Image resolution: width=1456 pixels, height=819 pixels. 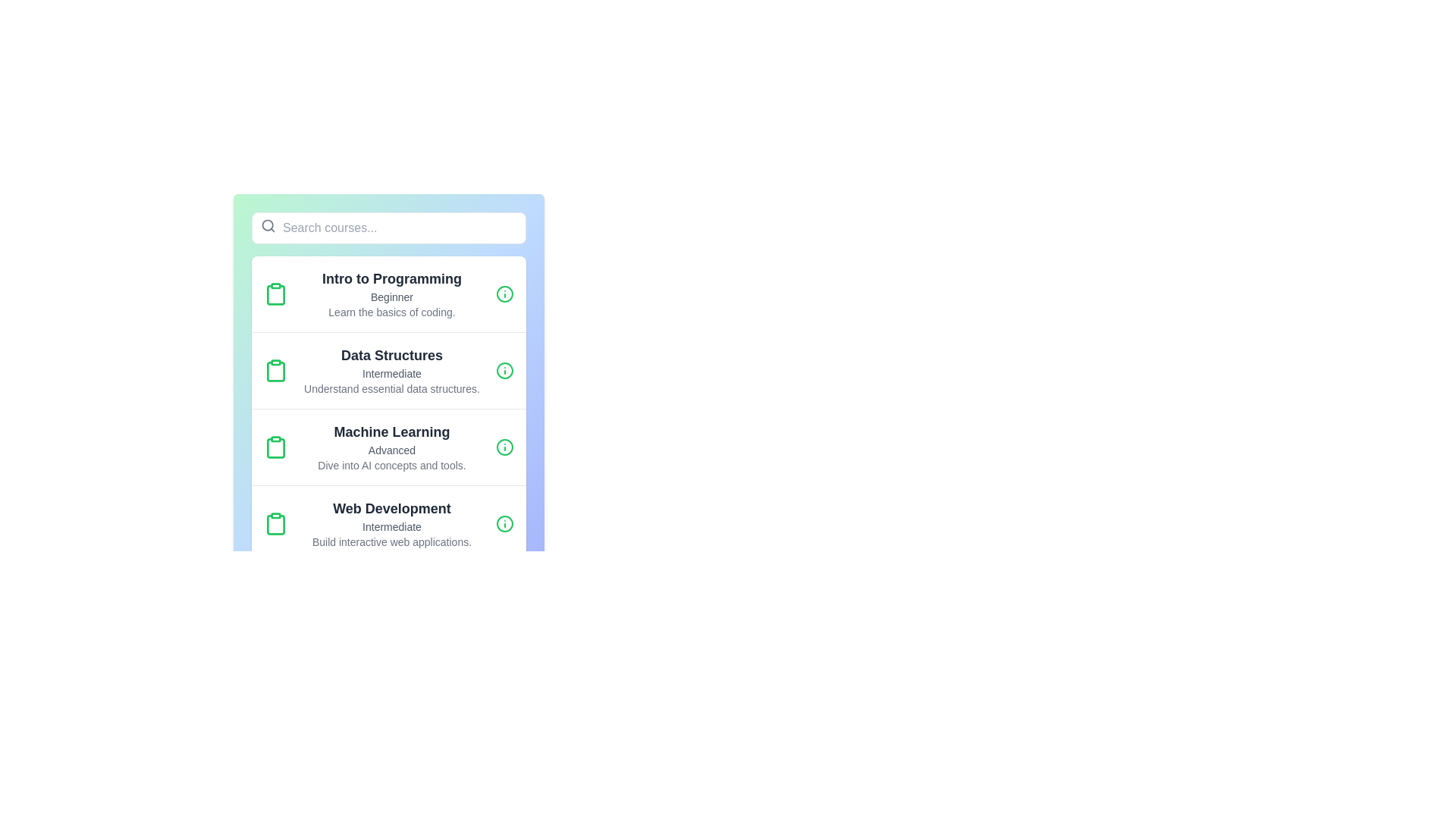 I want to click on the static text element that indicates the difficulty level 'Advanced' for the course titled 'Machine Learning', which is located directly below the course title and above the course description, so click(x=392, y=450).